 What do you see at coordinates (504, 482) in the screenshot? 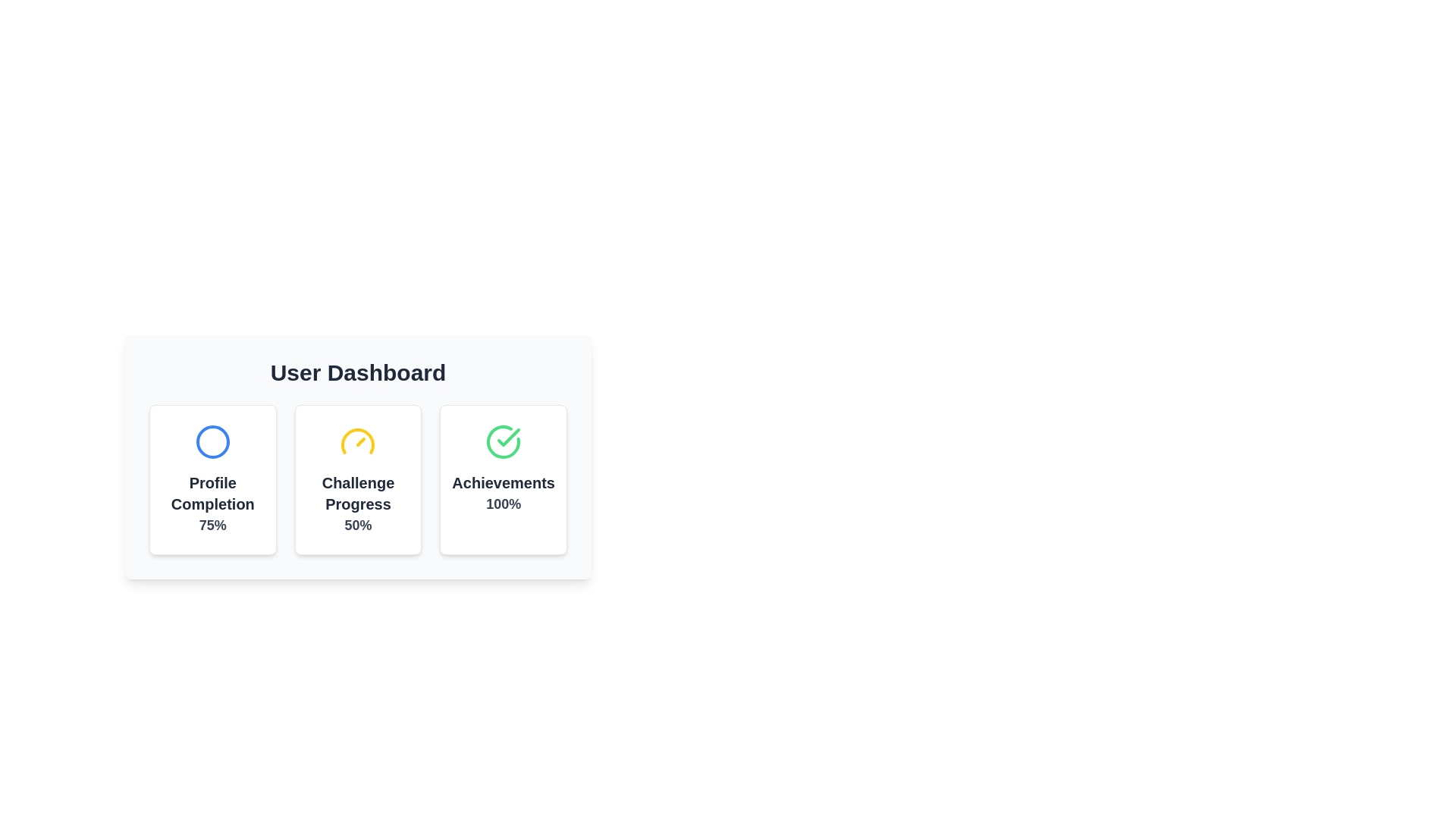
I see `the text label that serves as a title or header for the third card in a row, positioned below a green circular icon and above a smaller text label that reads '100%'` at bounding box center [504, 482].